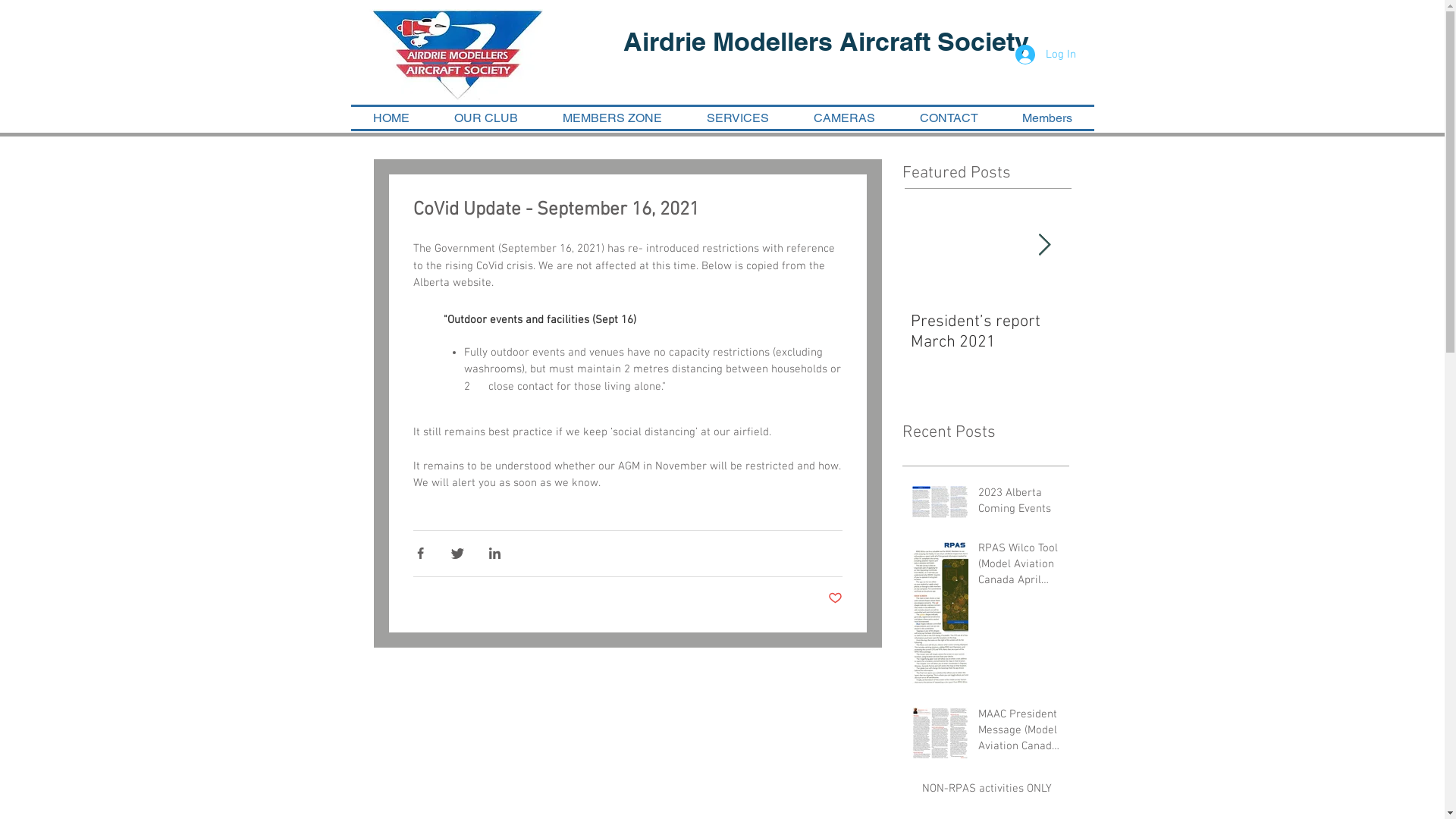  I want to click on 'RPAS Wilco Tool (Model Aviation Canada April 2023)', so click(1019, 567).